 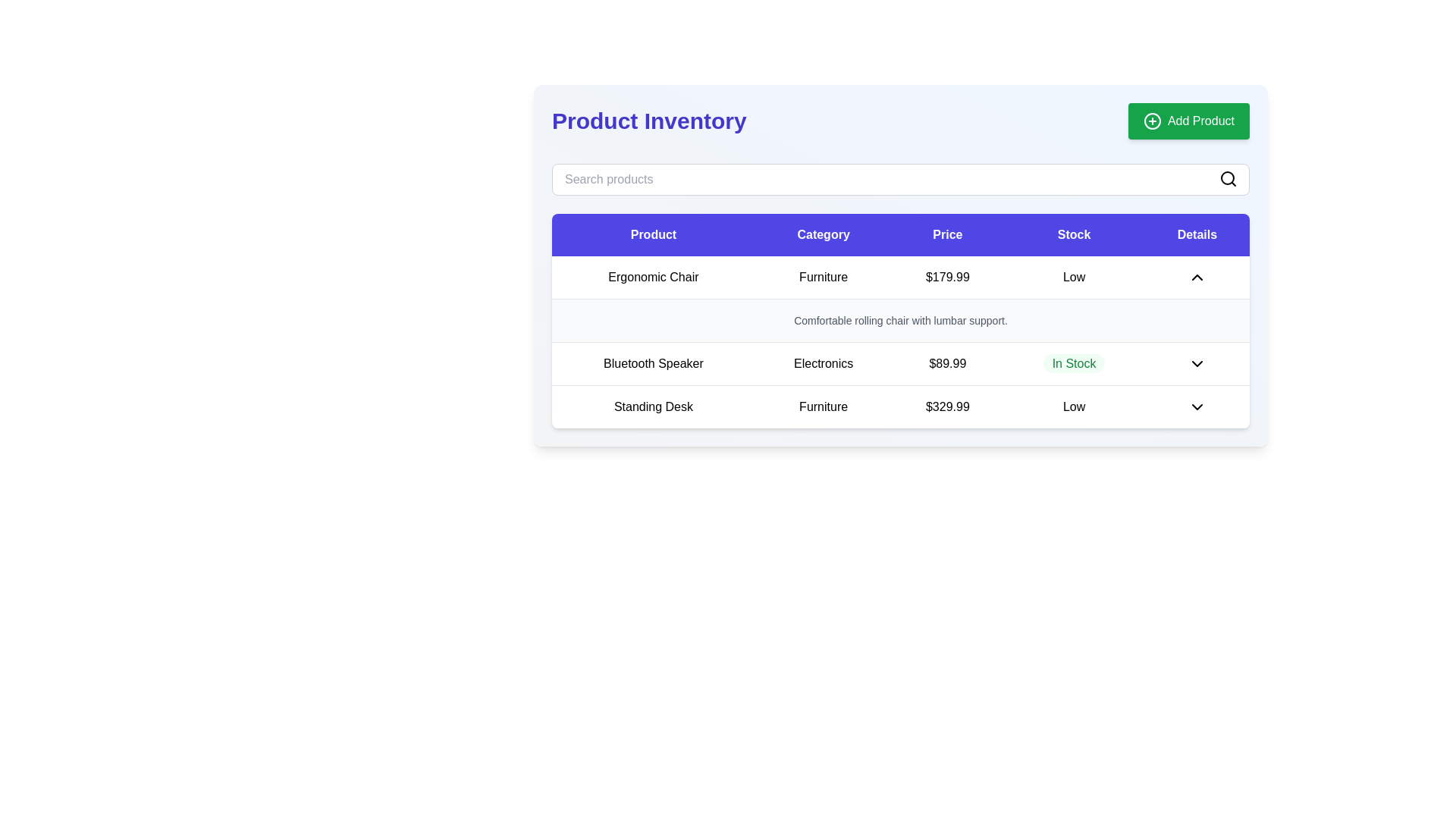 What do you see at coordinates (649, 120) in the screenshot?
I see `the prominent static text label displaying 'Product Inventory' at the top left section of the interface to focus on it` at bounding box center [649, 120].